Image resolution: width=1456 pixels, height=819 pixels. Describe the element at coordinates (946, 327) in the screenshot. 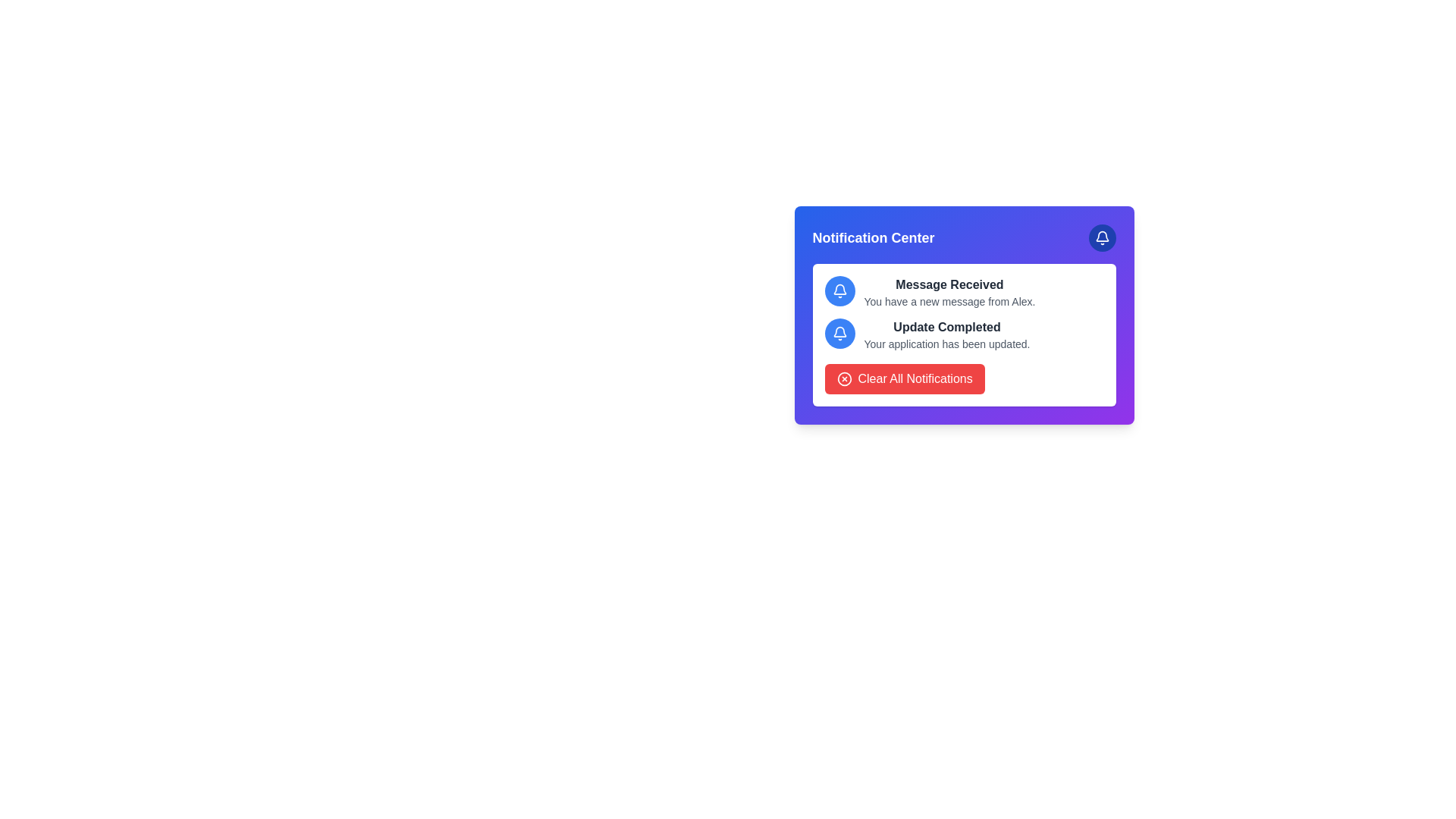

I see `text label indicating the successful completion of an application update, located centrally in the notification card` at that location.